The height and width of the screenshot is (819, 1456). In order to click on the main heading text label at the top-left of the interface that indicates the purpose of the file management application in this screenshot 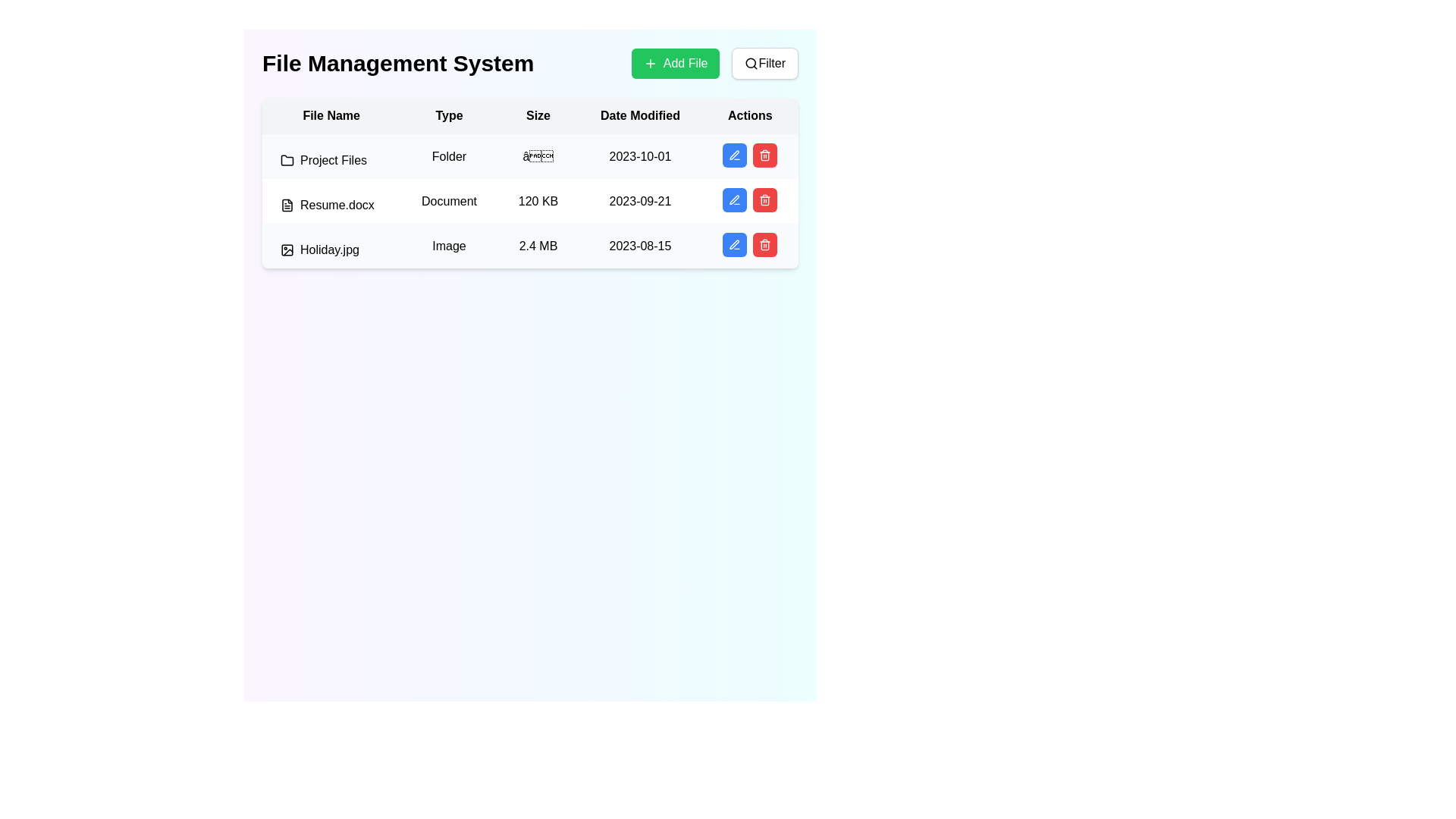, I will do `click(398, 63)`.